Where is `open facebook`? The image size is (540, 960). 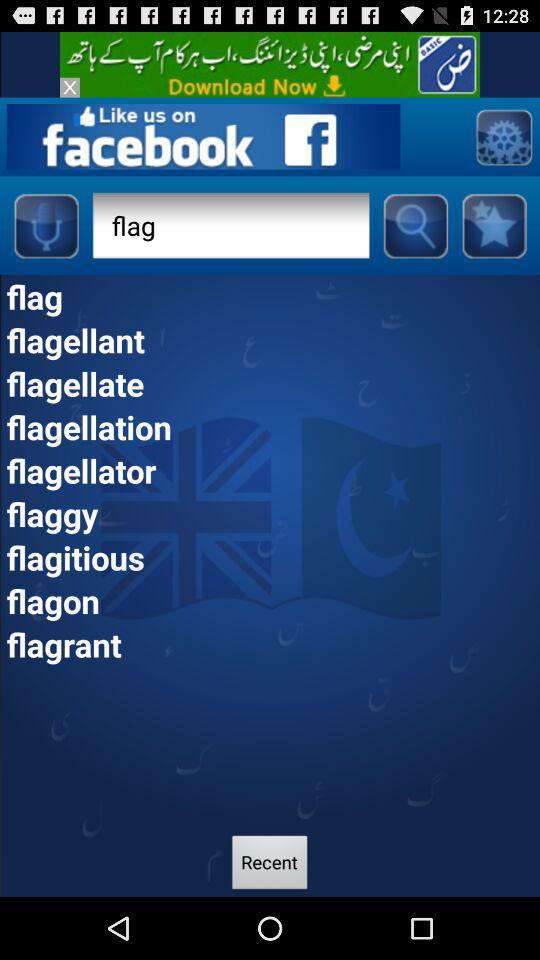
open facebook is located at coordinates (202, 135).